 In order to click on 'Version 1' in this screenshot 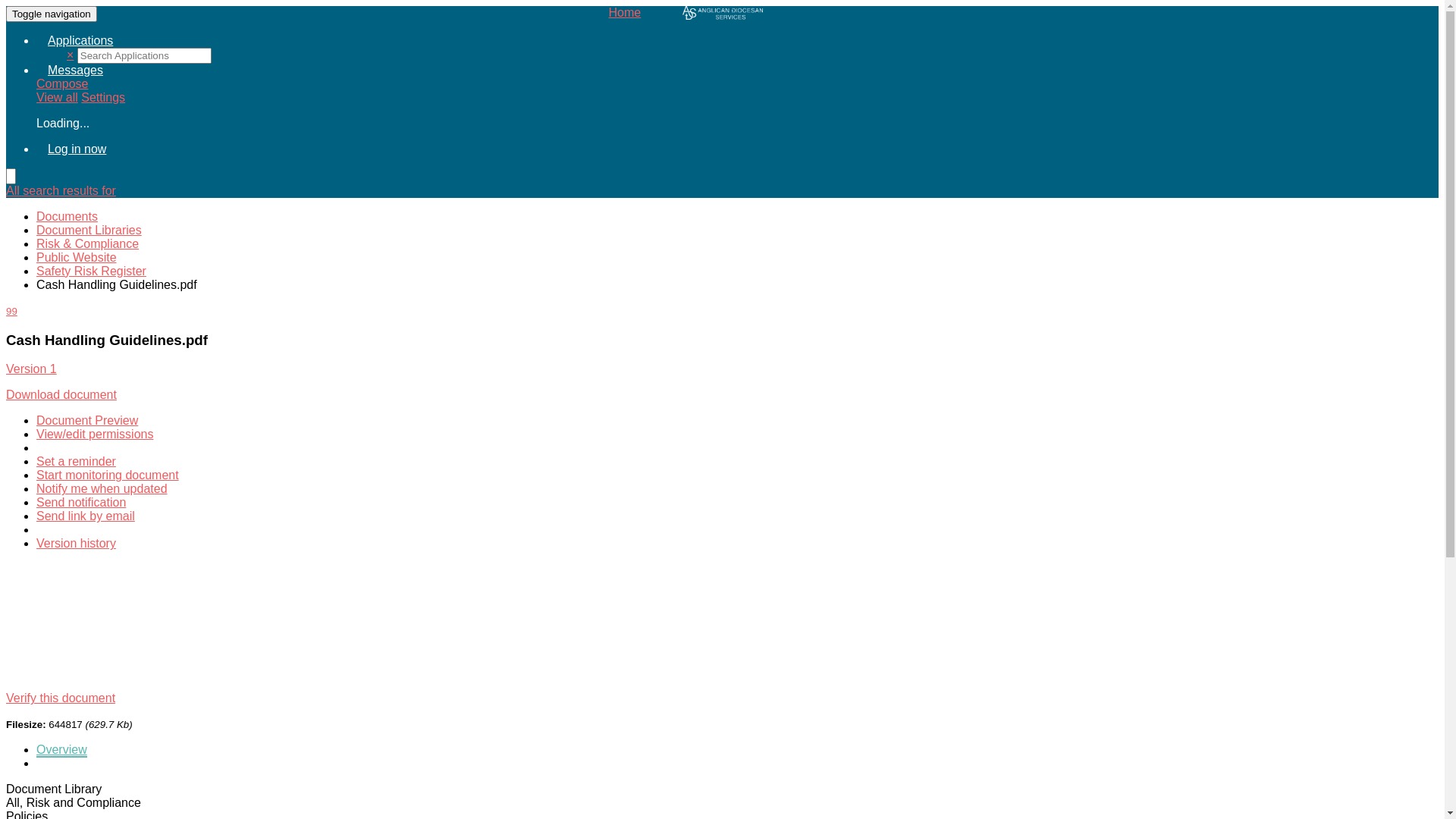, I will do `click(31, 369)`.